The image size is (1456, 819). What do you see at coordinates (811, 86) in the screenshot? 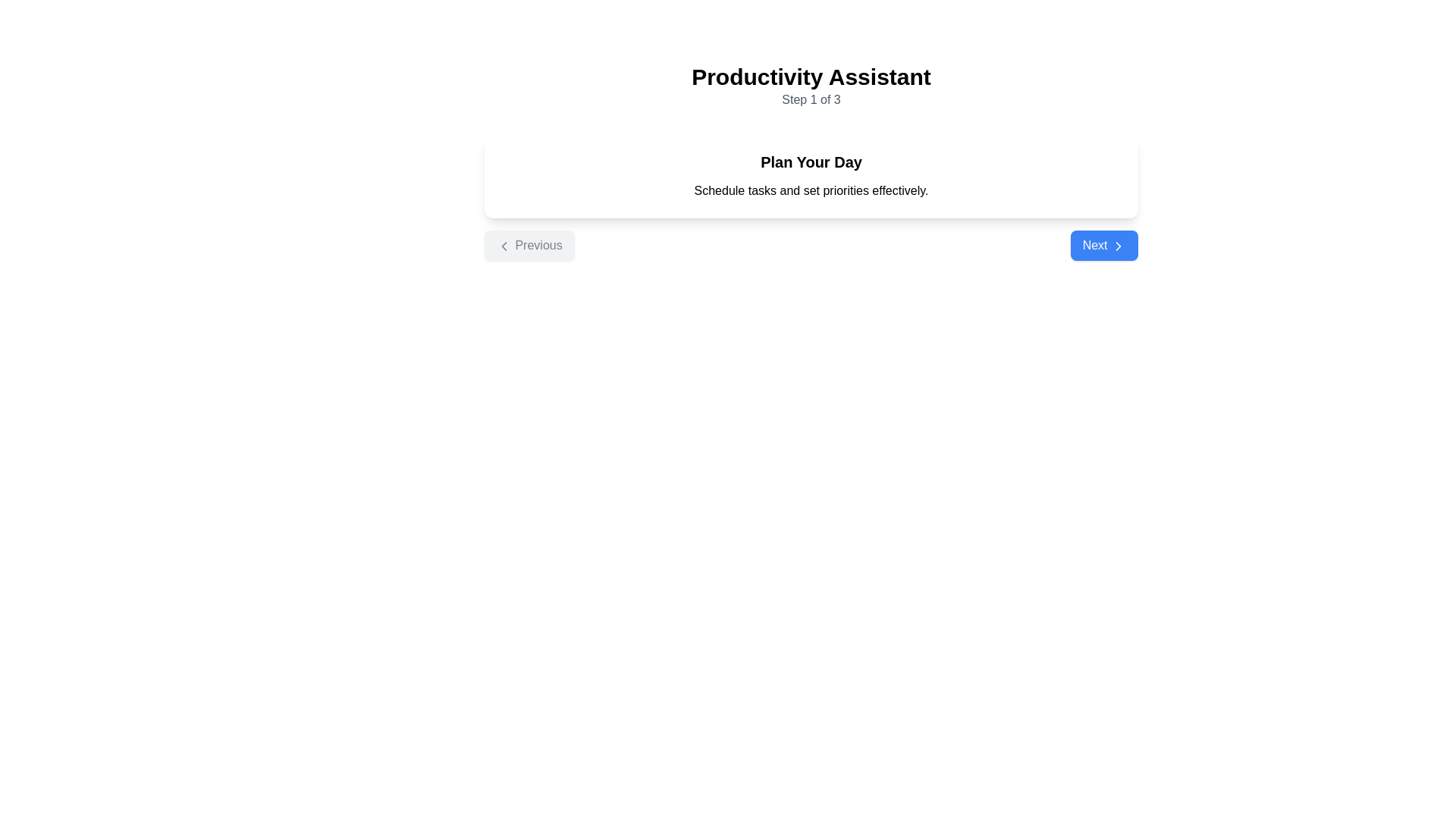
I see `the text-based informative component with the header 'Productivity Assistant' and subheader 'Step 1 of 3' located at the top of the page` at bounding box center [811, 86].